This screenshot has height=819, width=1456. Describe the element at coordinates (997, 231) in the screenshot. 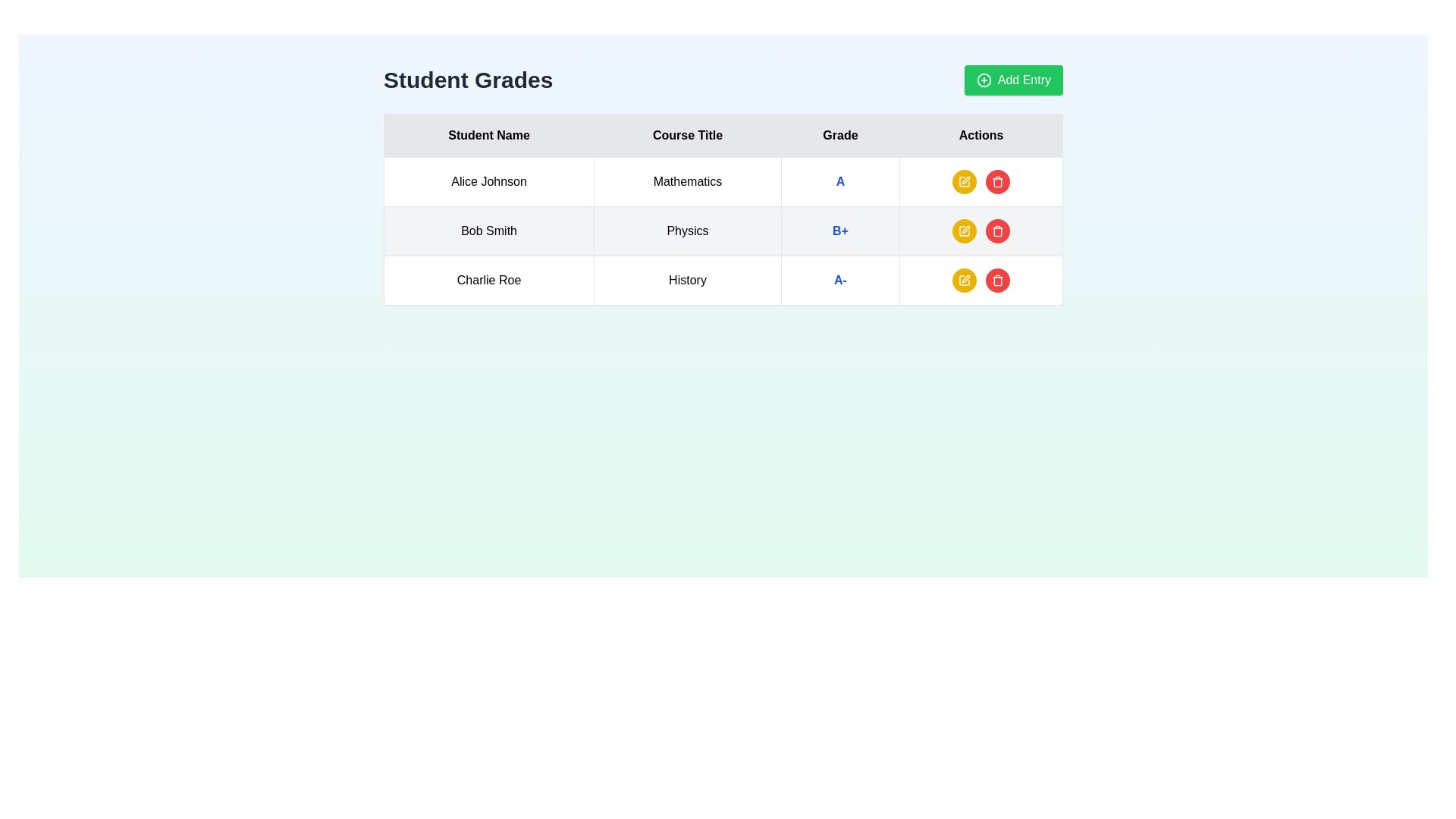

I see `the delete button in the 'Actions' column for 'Bob Smith'` at that location.